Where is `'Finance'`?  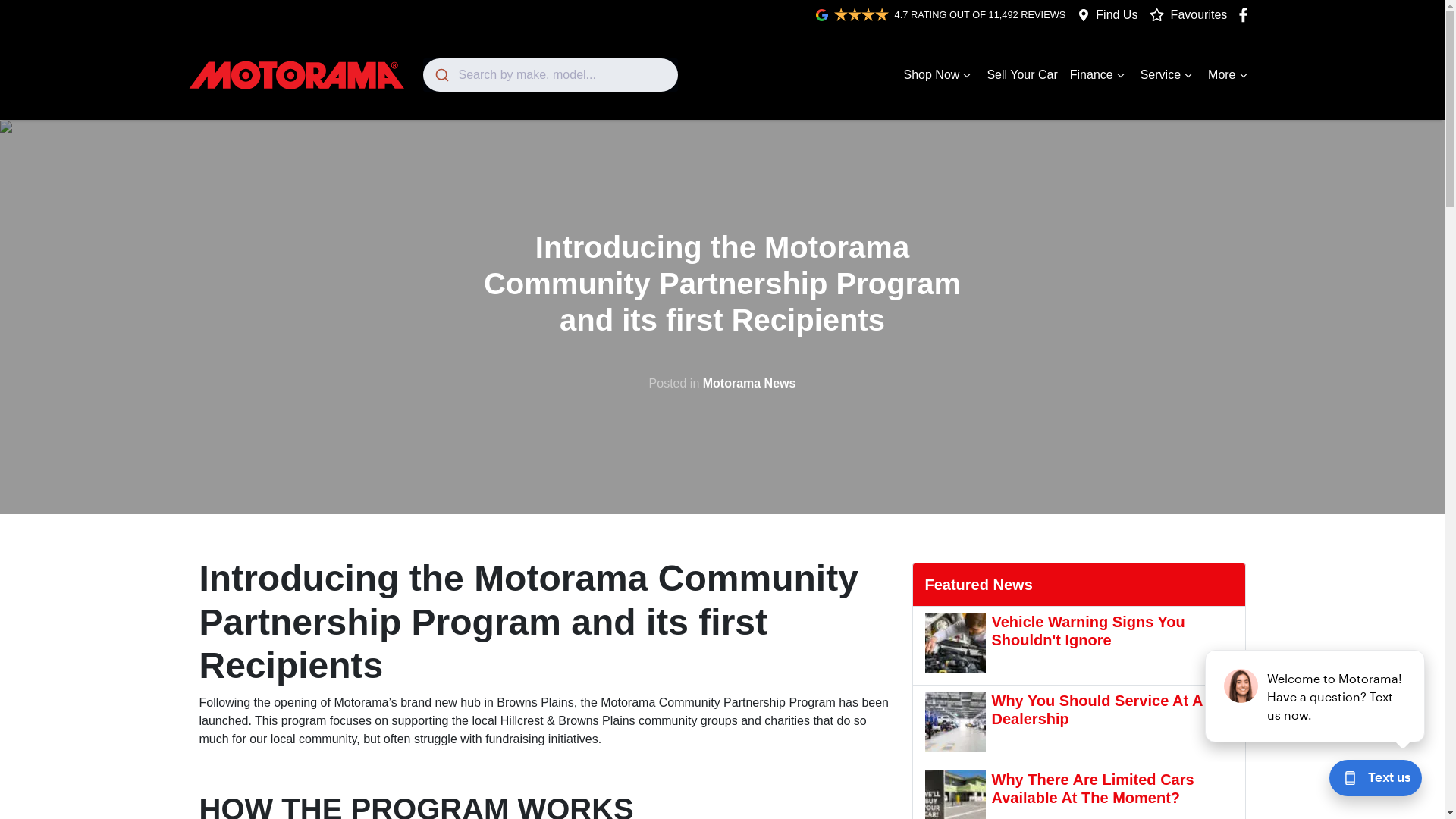 'Finance' is located at coordinates (1099, 75).